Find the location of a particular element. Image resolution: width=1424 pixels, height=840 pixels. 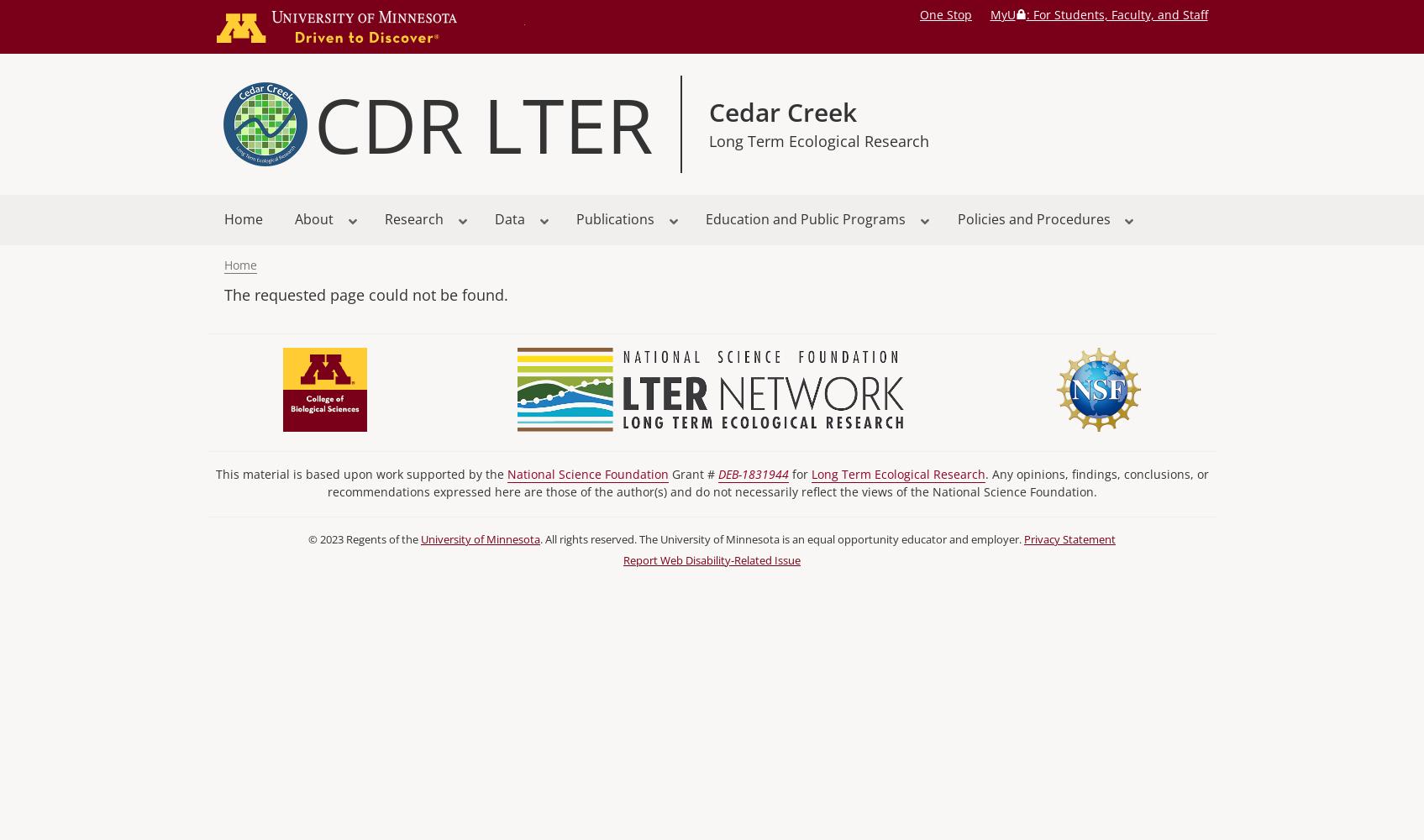

'Cedar Creek' is located at coordinates (782, 112).